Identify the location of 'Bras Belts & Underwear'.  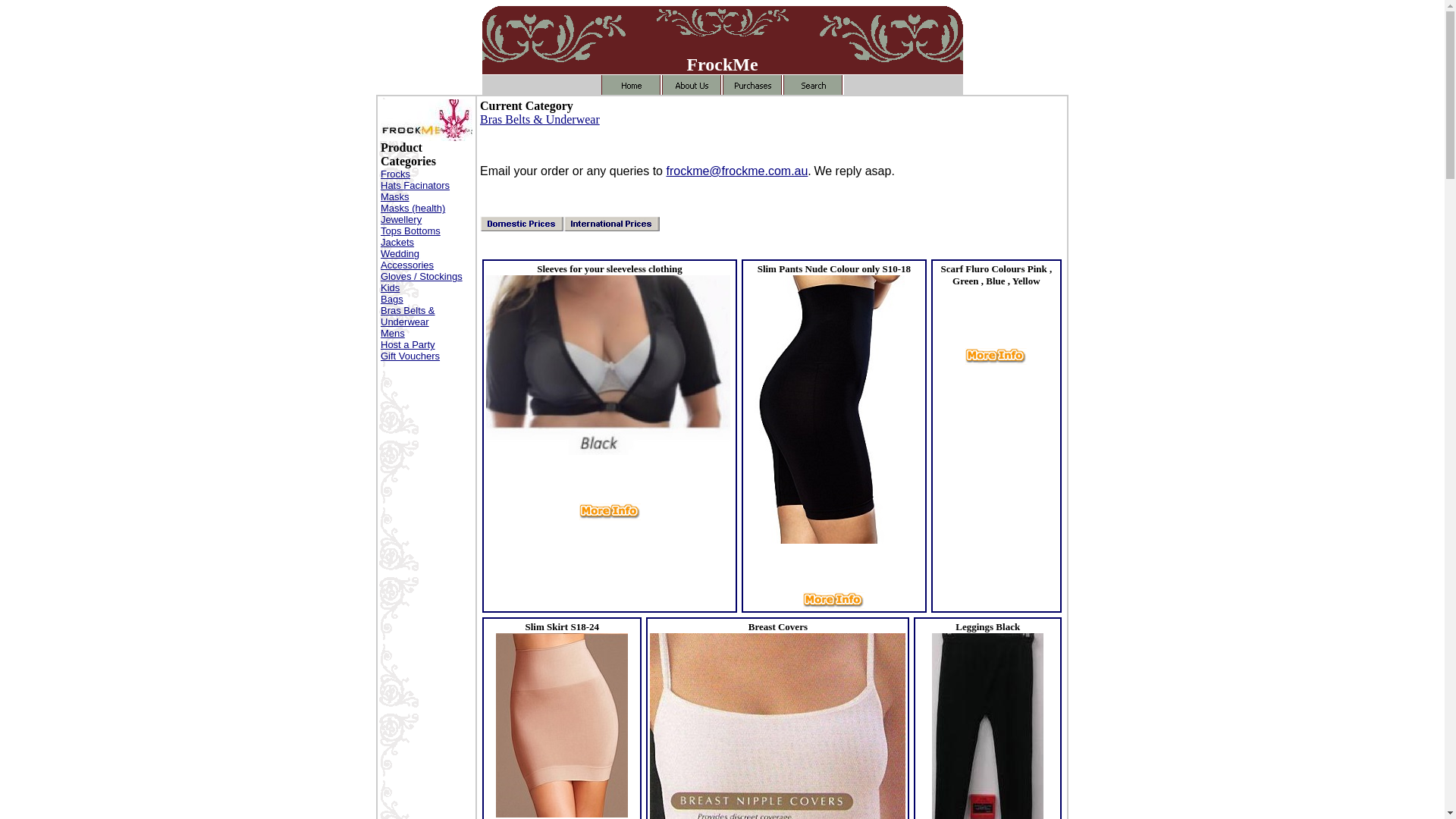
(539, 118).